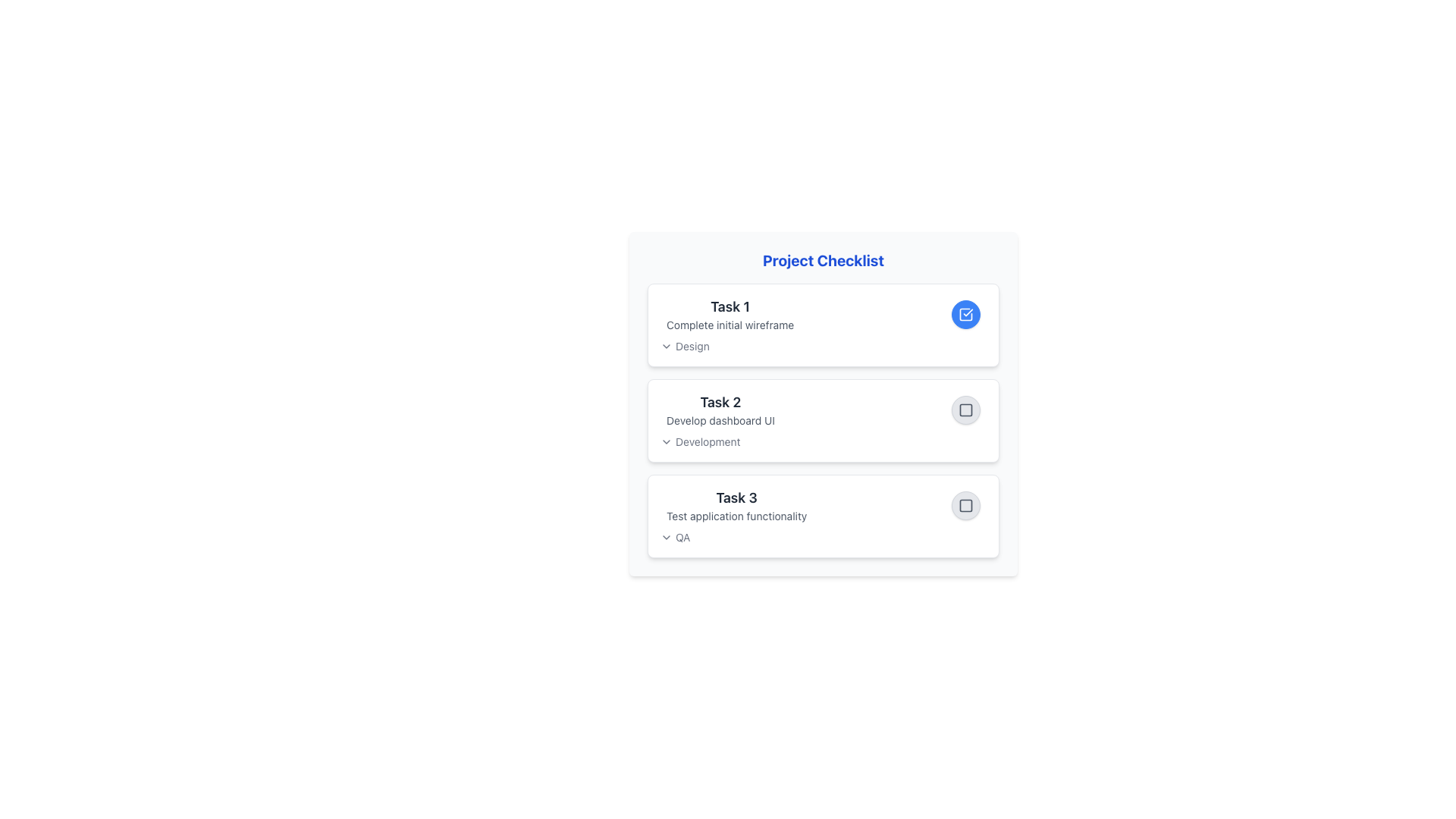  I want to click on the small, square-shaped red fill area icon with rounded corners located at the right end of the card header for 'Task 3 - Test application functionality.', so click(965, 506).